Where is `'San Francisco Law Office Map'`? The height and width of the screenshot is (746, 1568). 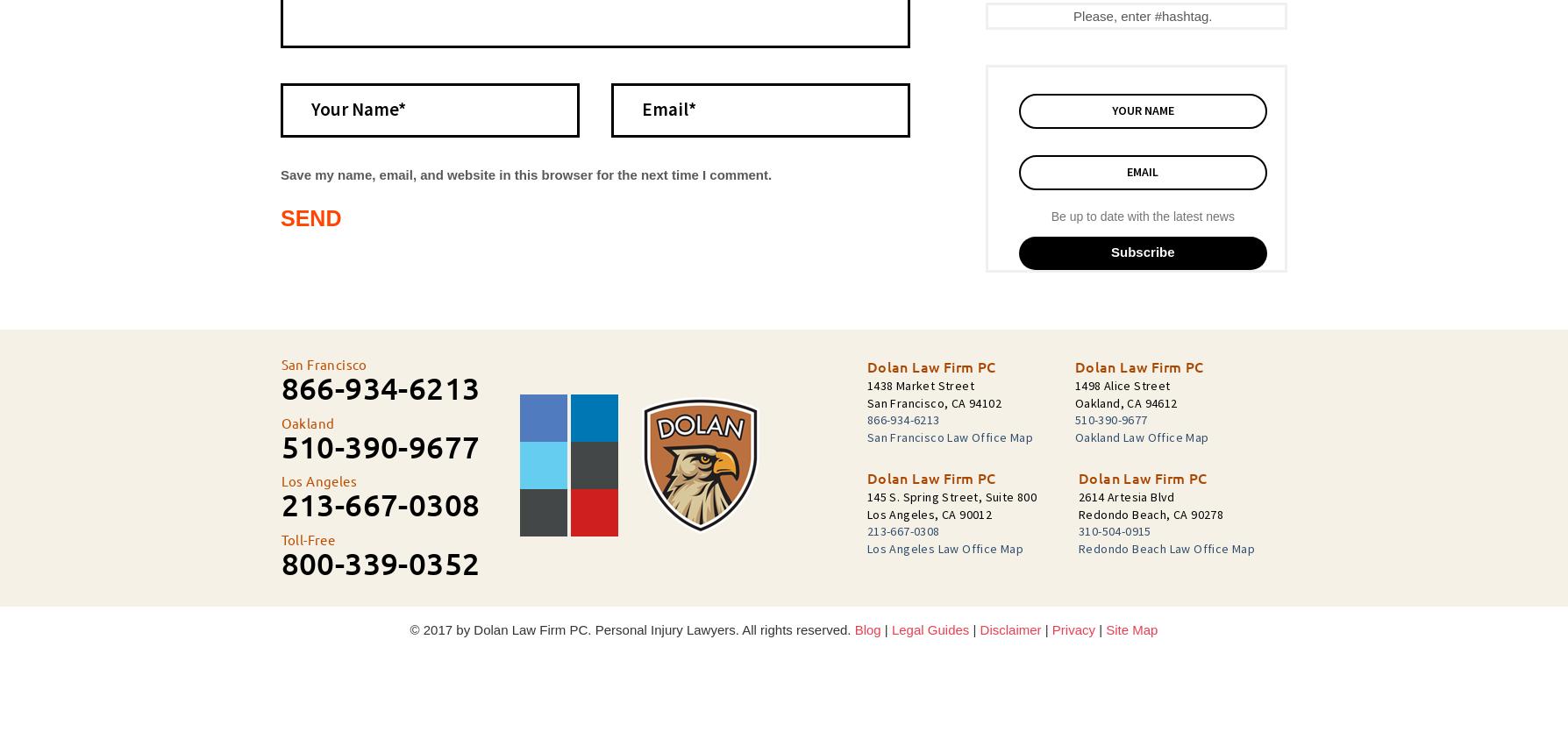
'San Francisco Law Office Map' is located at coordinates (949, 436).